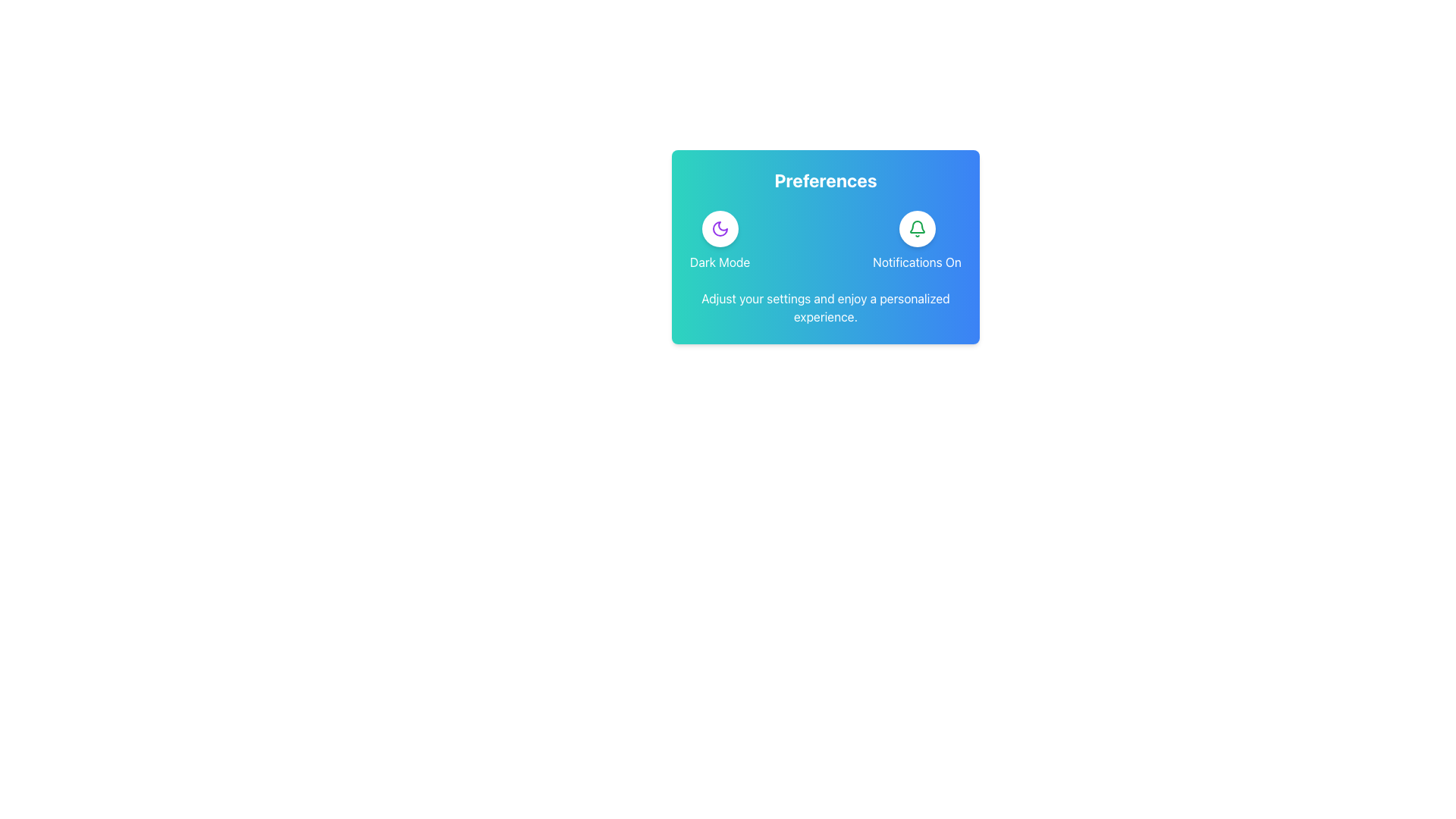 The image size is (1456, 819). I want to click on the moon icon within the circular button that has a white background and a purple border, located next, so click(719, 228).